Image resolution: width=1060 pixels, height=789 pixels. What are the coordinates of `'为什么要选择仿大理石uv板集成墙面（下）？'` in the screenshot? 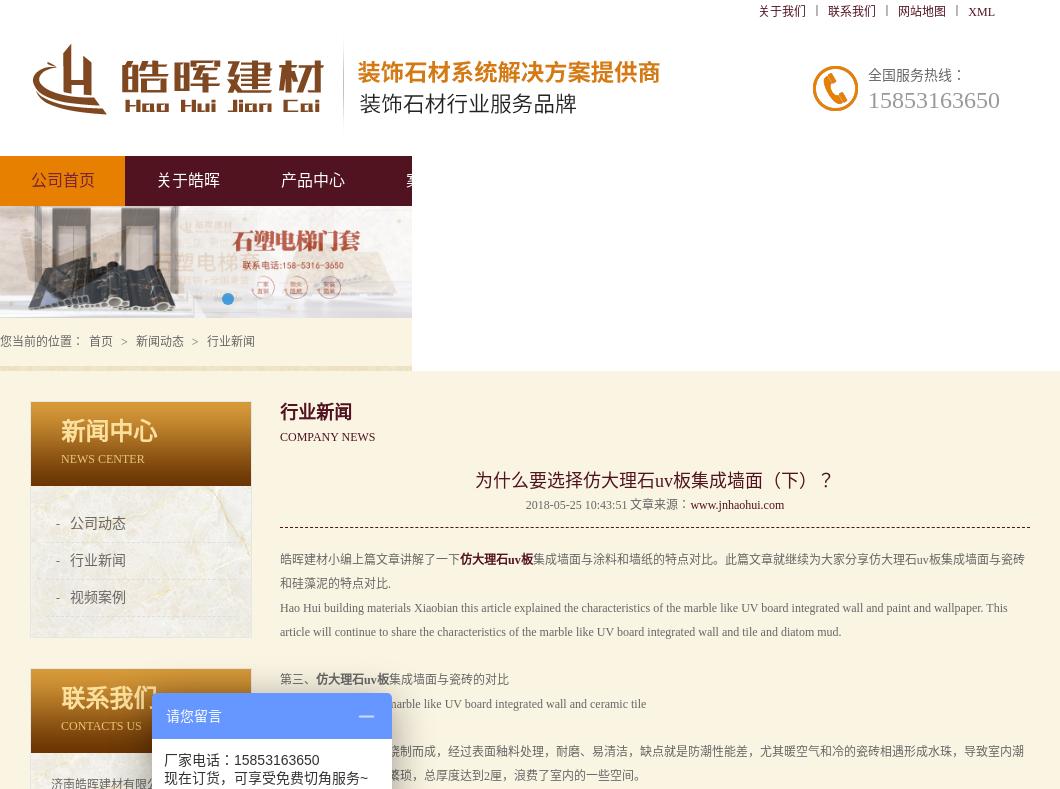 It's located at (654, 479).